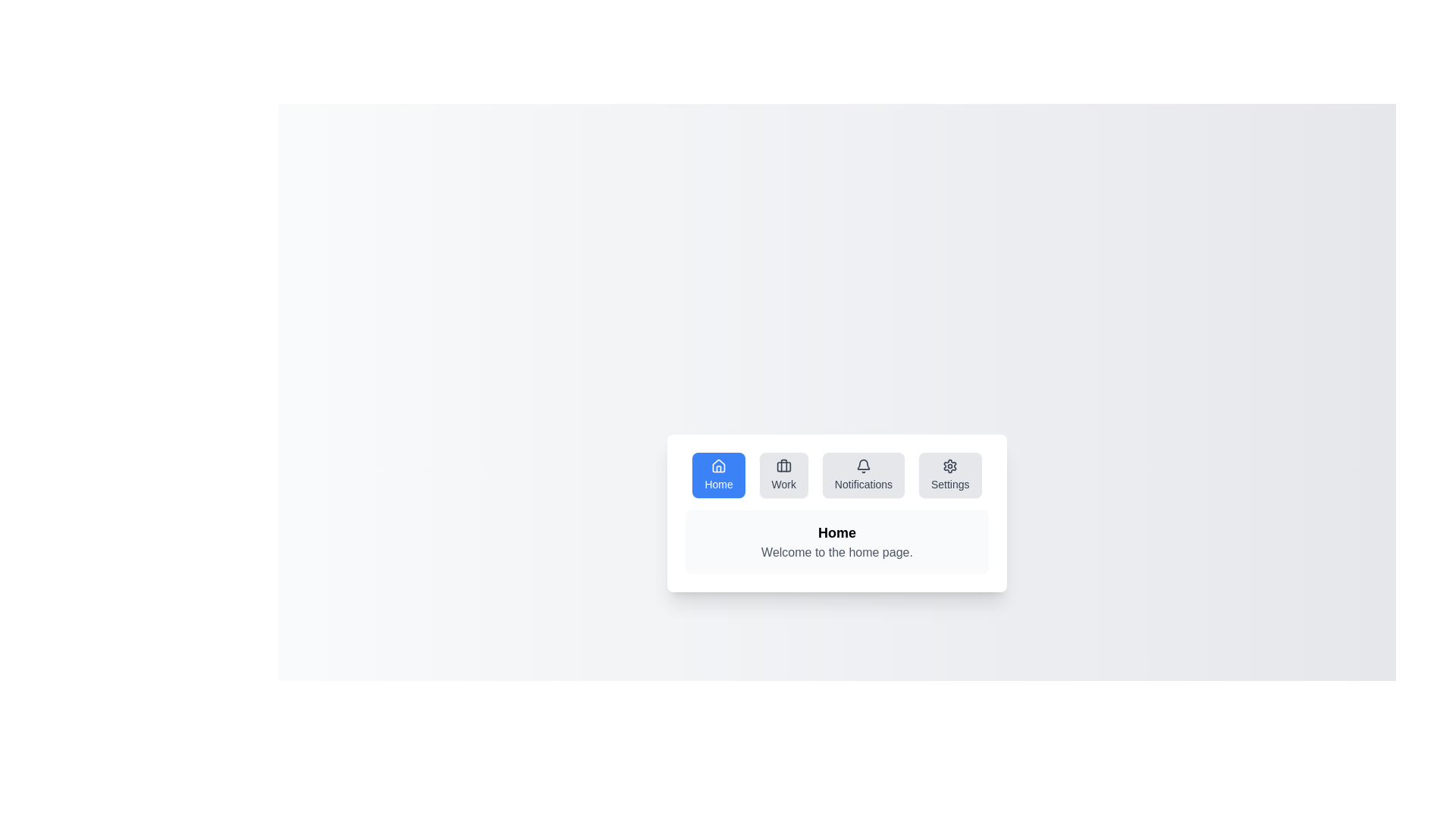 Image resolution: width=1456 pixels, height=819 pixels. Describe the element at coordinates (718, 465) in the screenshot. I see `the 'Home' icon in the navigation bar` at that location.